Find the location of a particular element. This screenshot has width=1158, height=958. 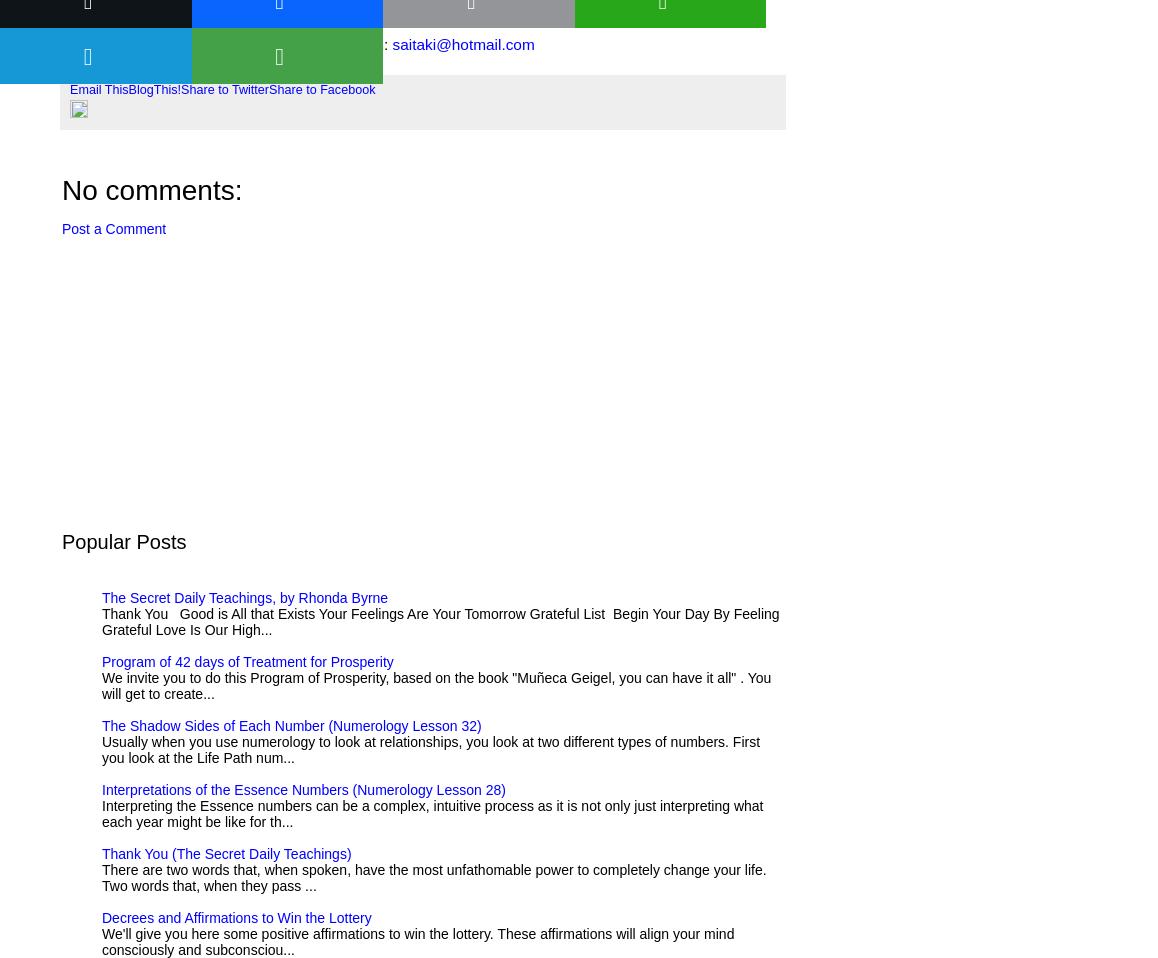

'No comments:' is located at coordinates (151, 189).